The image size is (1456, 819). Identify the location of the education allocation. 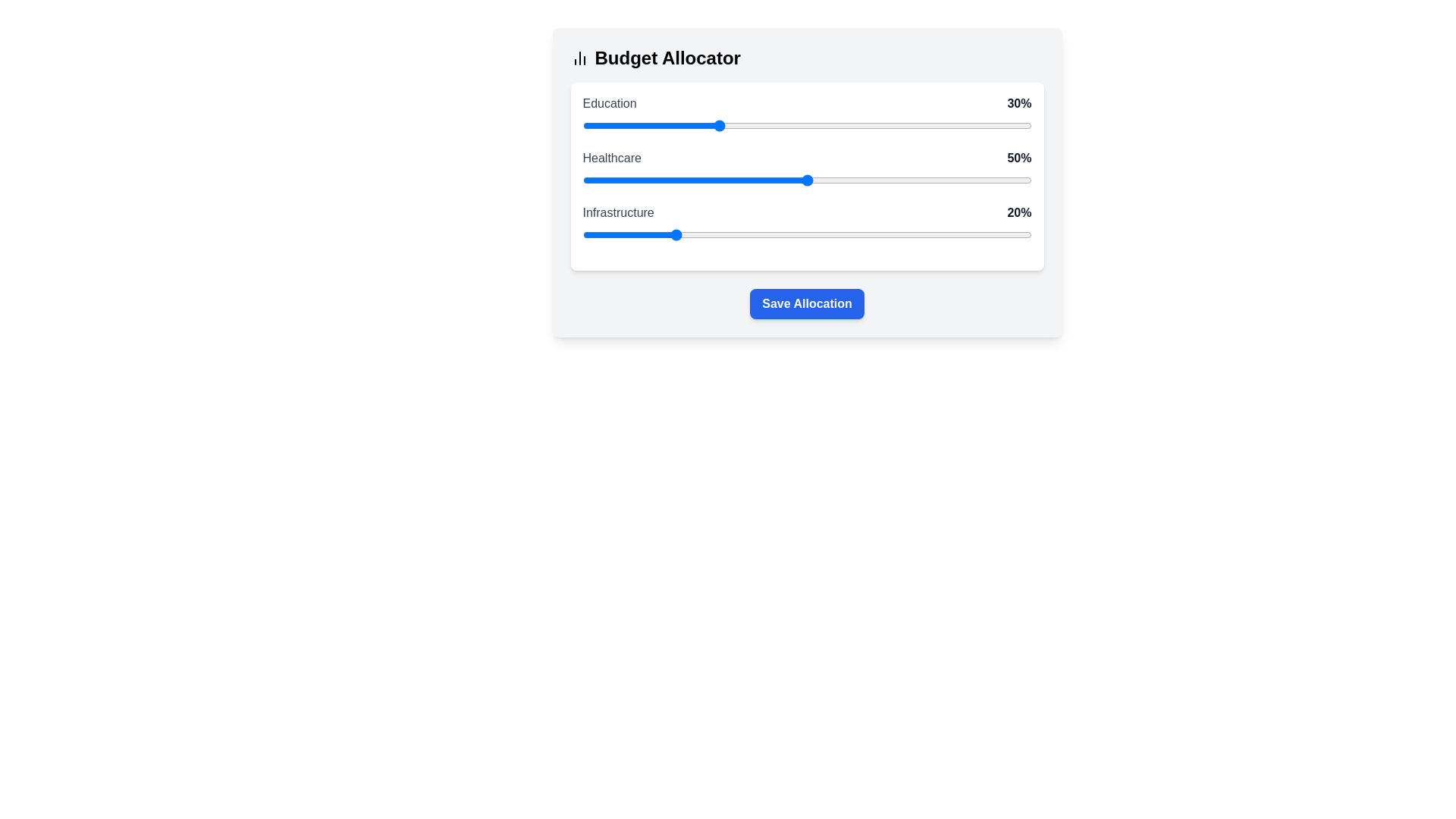
(987, 124).